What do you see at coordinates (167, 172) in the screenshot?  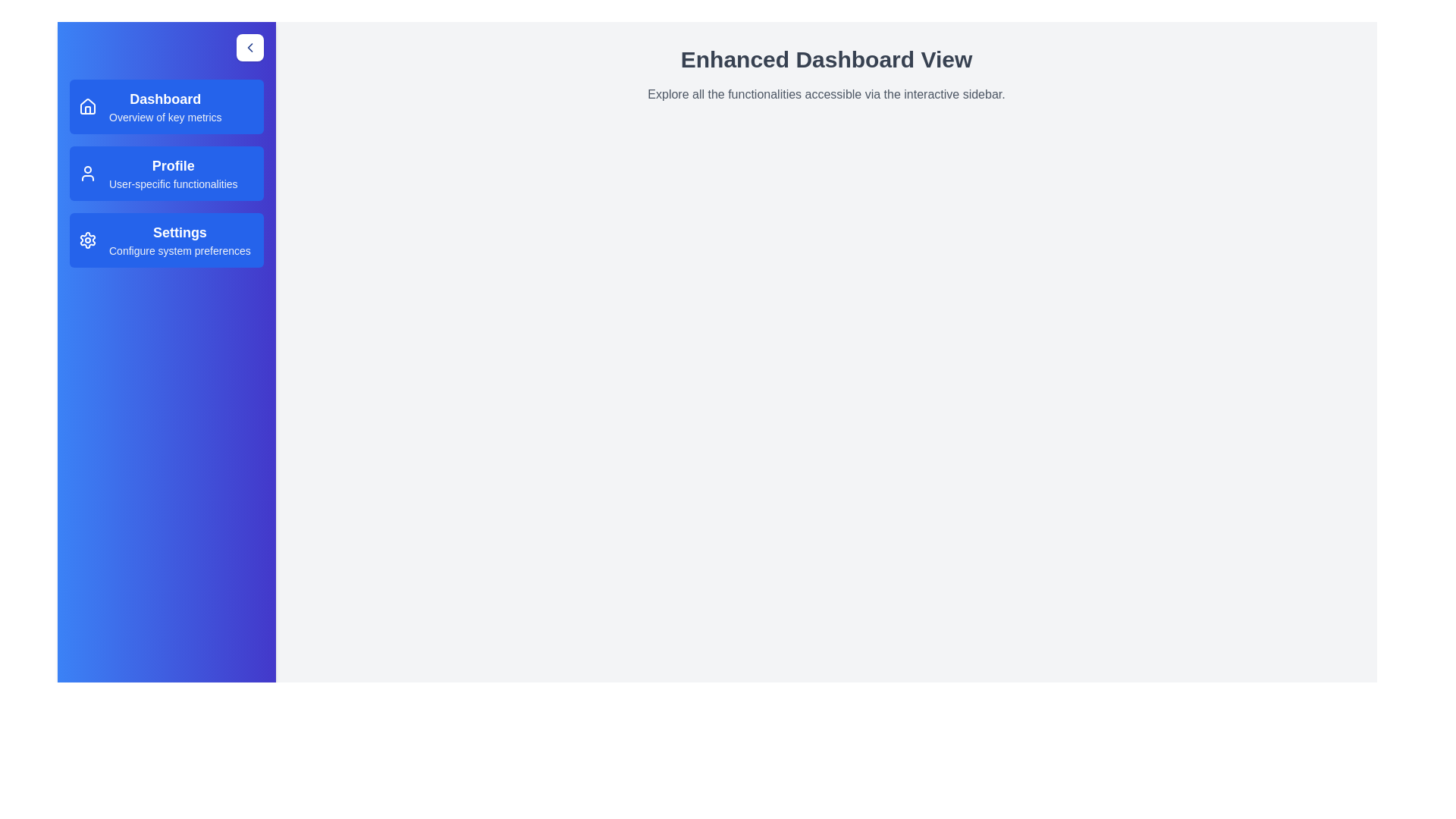 I see `the menu option Profile from the sidebar` at bounding box center [167, 172].